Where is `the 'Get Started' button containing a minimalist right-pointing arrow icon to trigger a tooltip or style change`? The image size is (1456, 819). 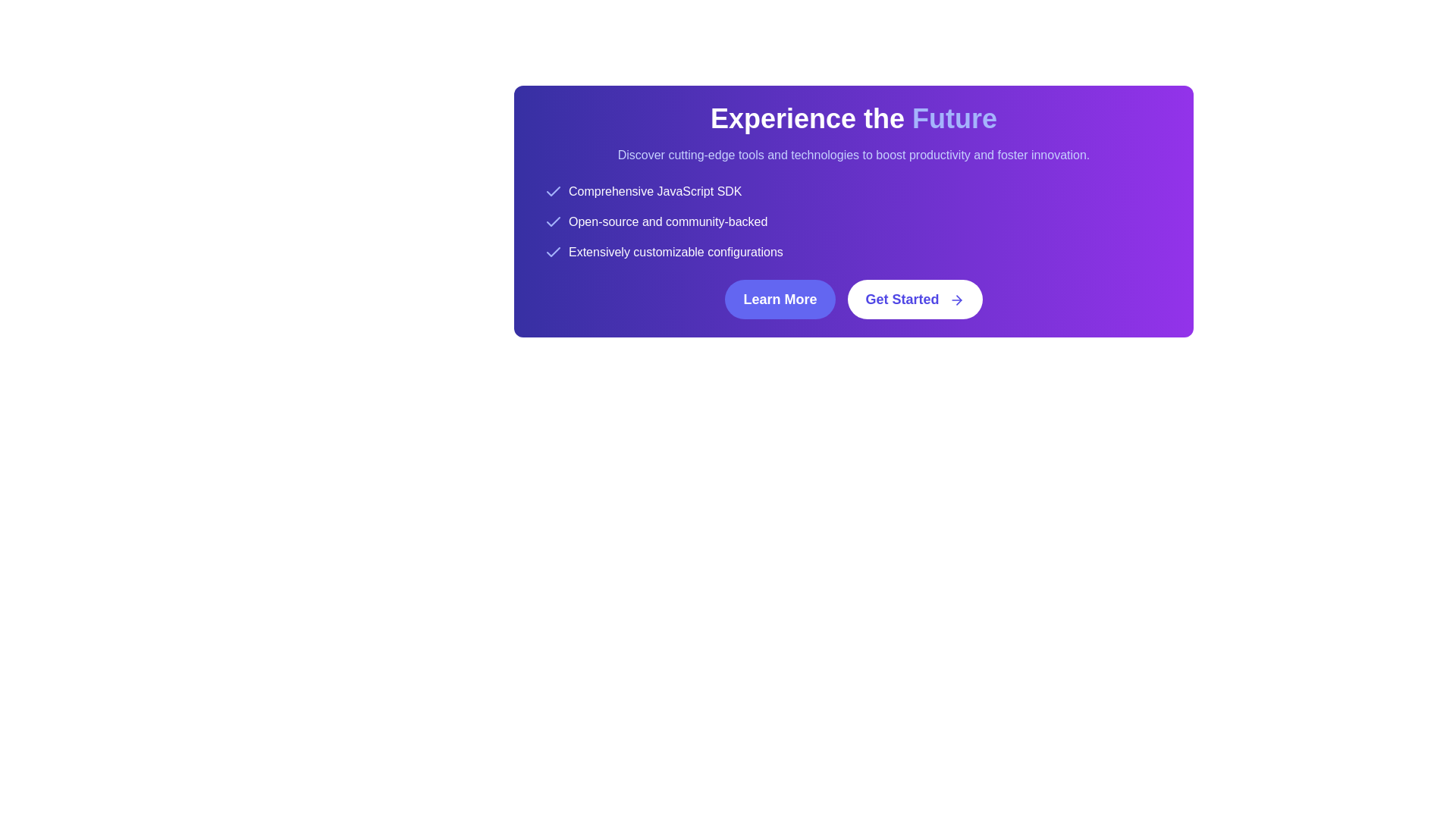
the 'Get Started' button containing a minimalist right-pointing arrow icon to trigger a tooltip or style change is located at coordinates (958, 300).